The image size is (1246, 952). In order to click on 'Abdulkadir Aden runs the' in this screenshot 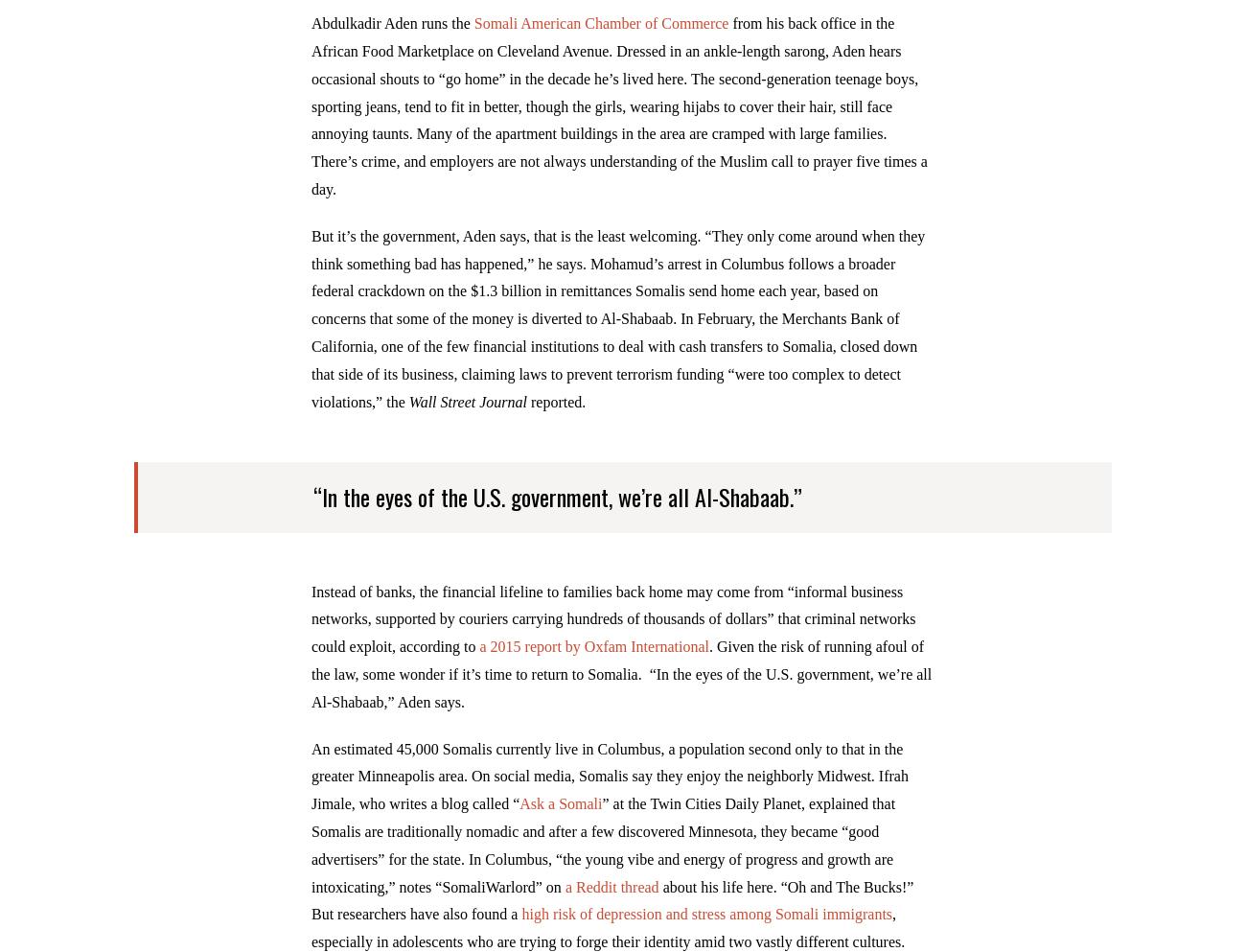, I will do `click(392, 35)`.